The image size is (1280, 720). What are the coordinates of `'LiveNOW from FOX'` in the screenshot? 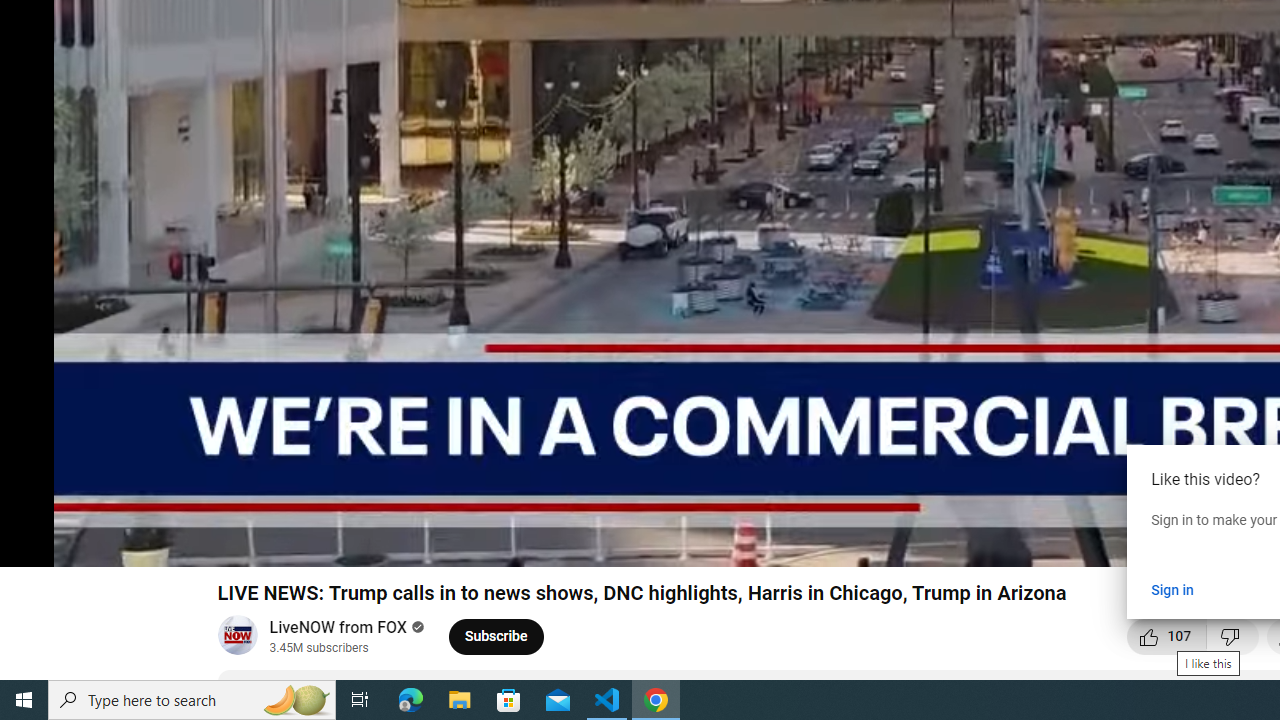 It's located at (339, 626).